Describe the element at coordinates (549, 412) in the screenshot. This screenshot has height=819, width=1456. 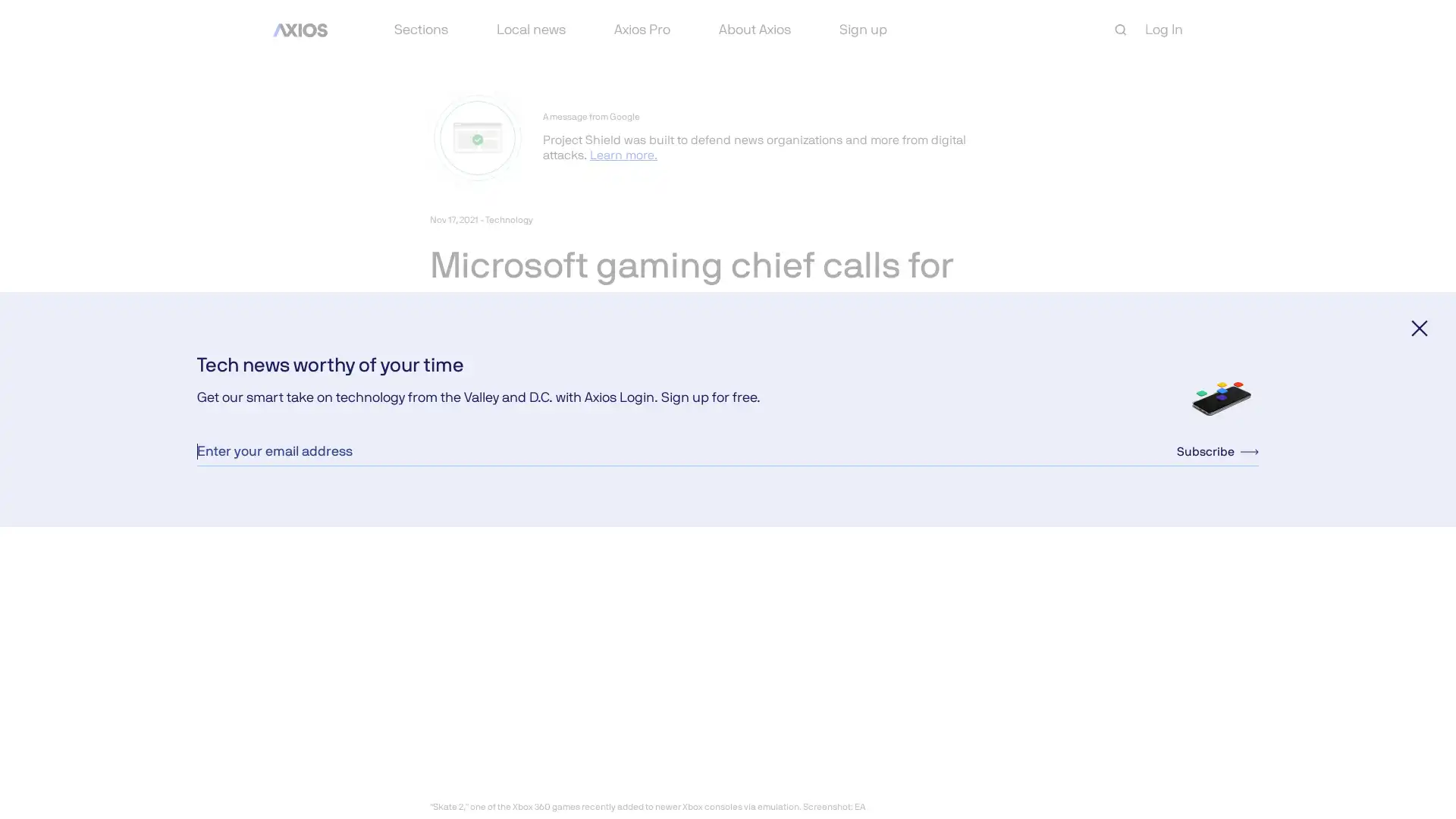
I see `email` at that location.